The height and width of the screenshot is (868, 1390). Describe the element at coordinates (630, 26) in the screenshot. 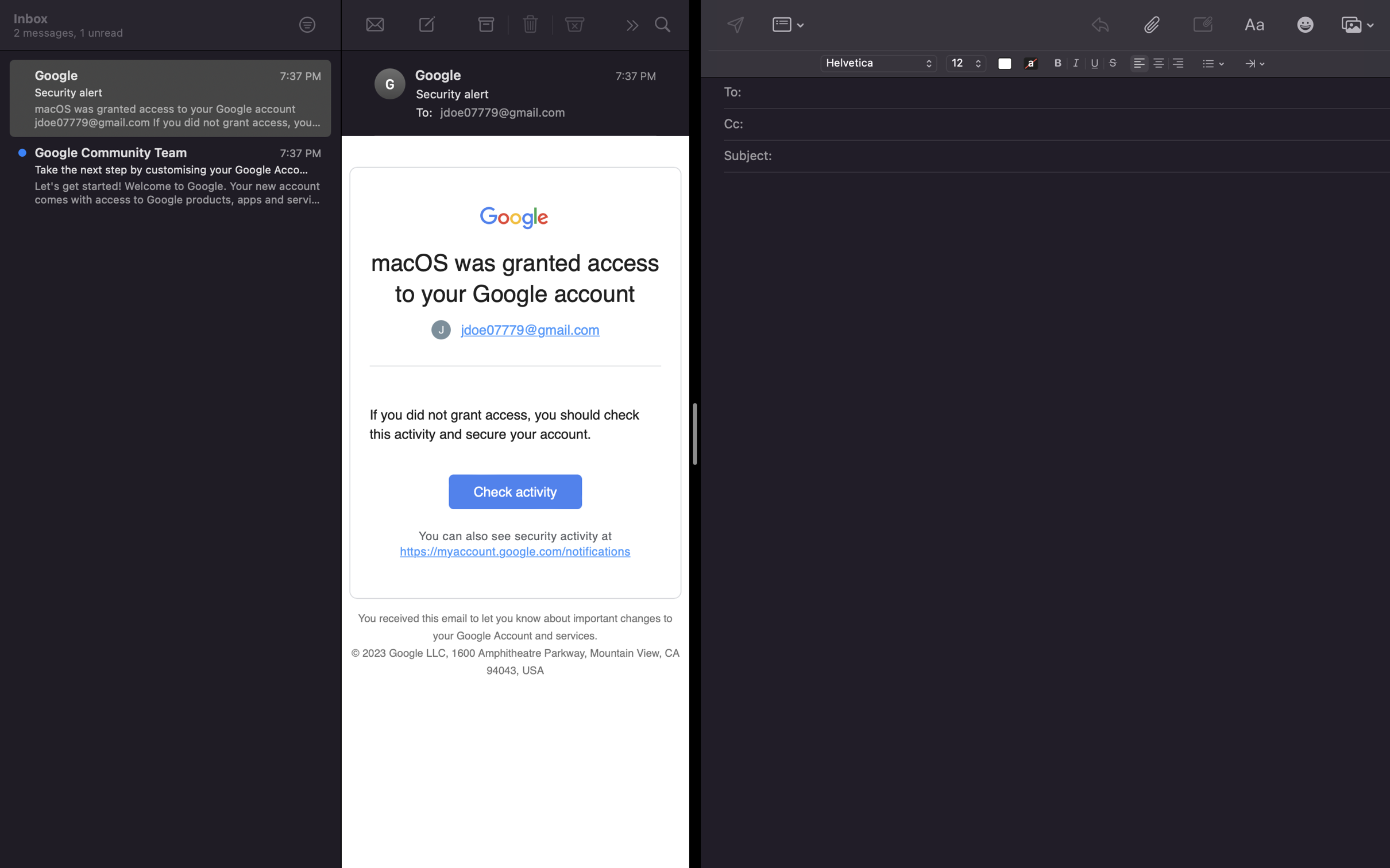

I see `Commence response to the current highlighted email` at that location.